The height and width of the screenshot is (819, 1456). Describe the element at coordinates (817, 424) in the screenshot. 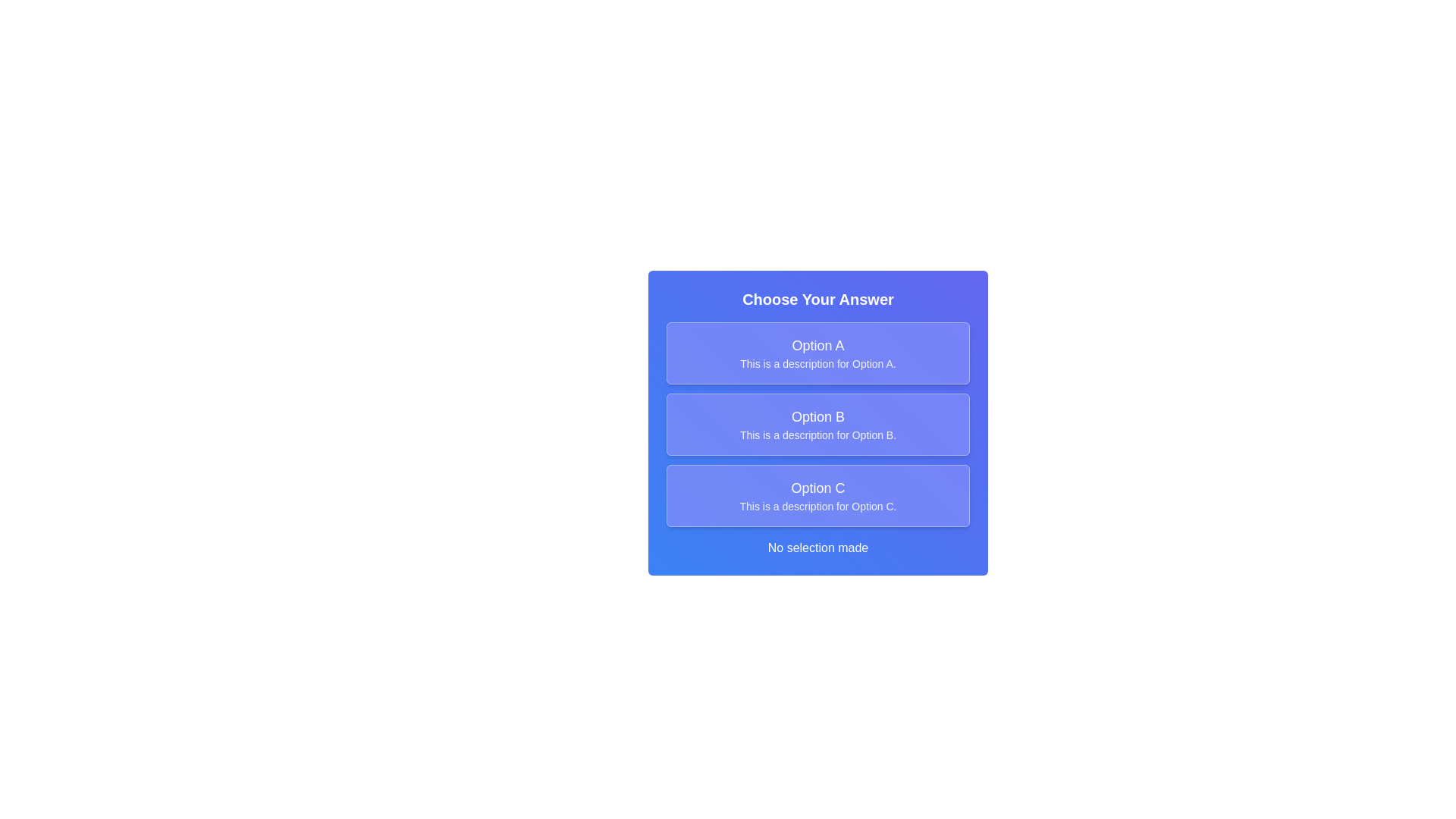

I see `the second item in the vertical list of selectable options` at that location.